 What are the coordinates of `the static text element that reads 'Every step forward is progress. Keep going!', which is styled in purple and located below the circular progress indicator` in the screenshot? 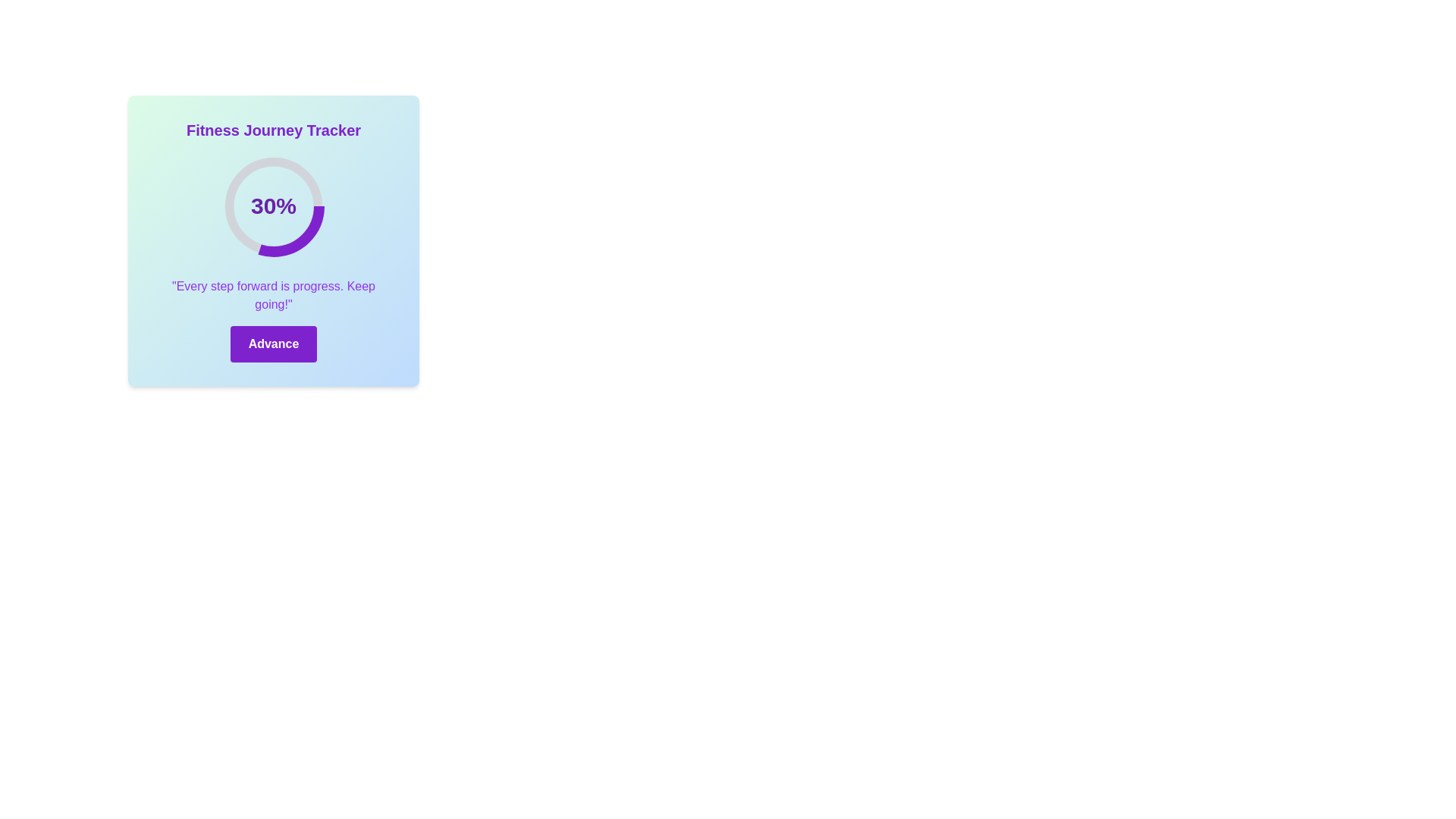 It's located at (273, 295).